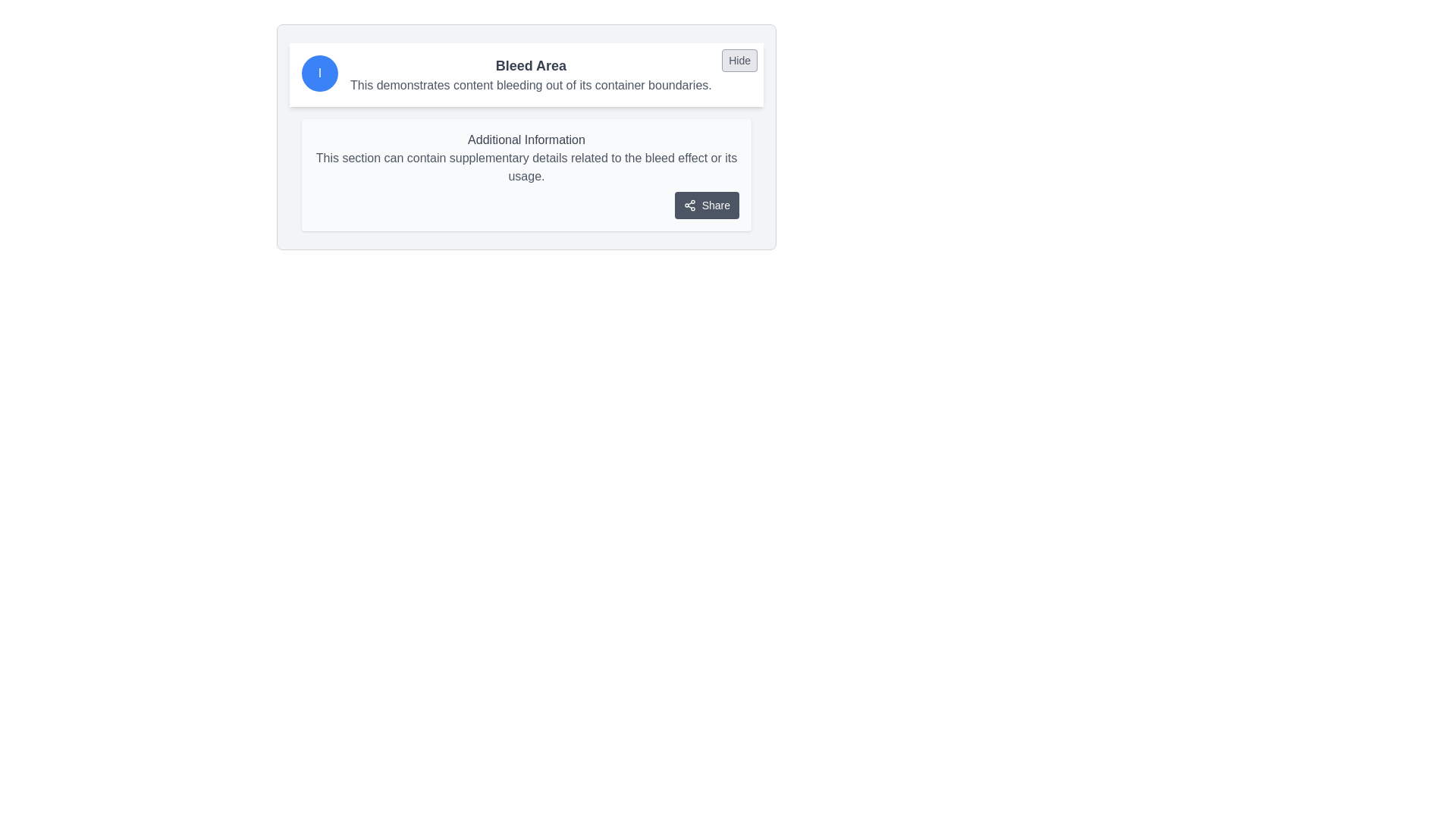 The height and width of the screenshot is (819, 1456). Describe the element at coordinates (526, 167) in the screenshot. I see `text content in the Text block element styled with gray font, located below the 'Additional Information' title` at that location.